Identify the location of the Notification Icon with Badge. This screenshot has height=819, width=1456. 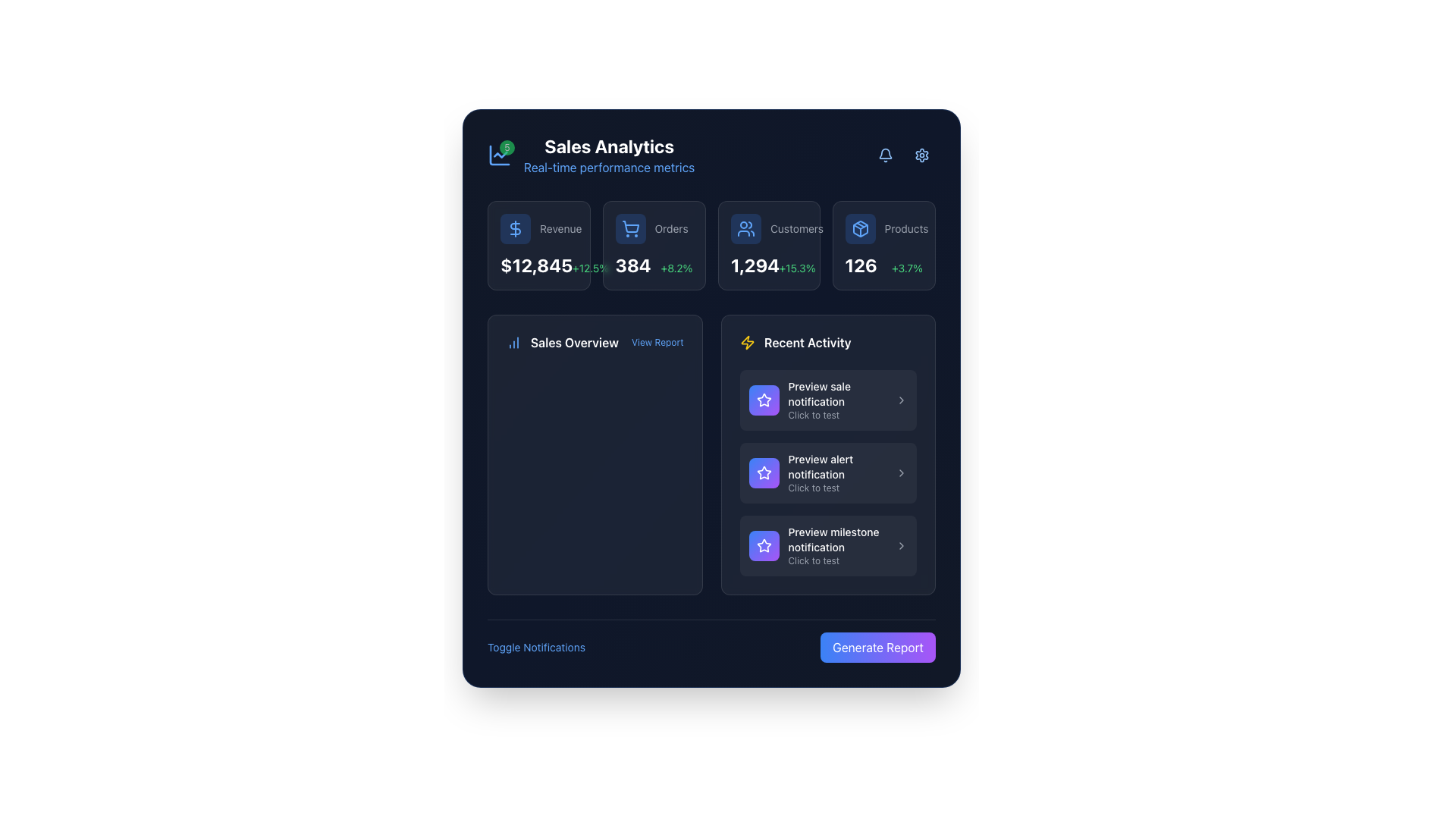
(885, 153).